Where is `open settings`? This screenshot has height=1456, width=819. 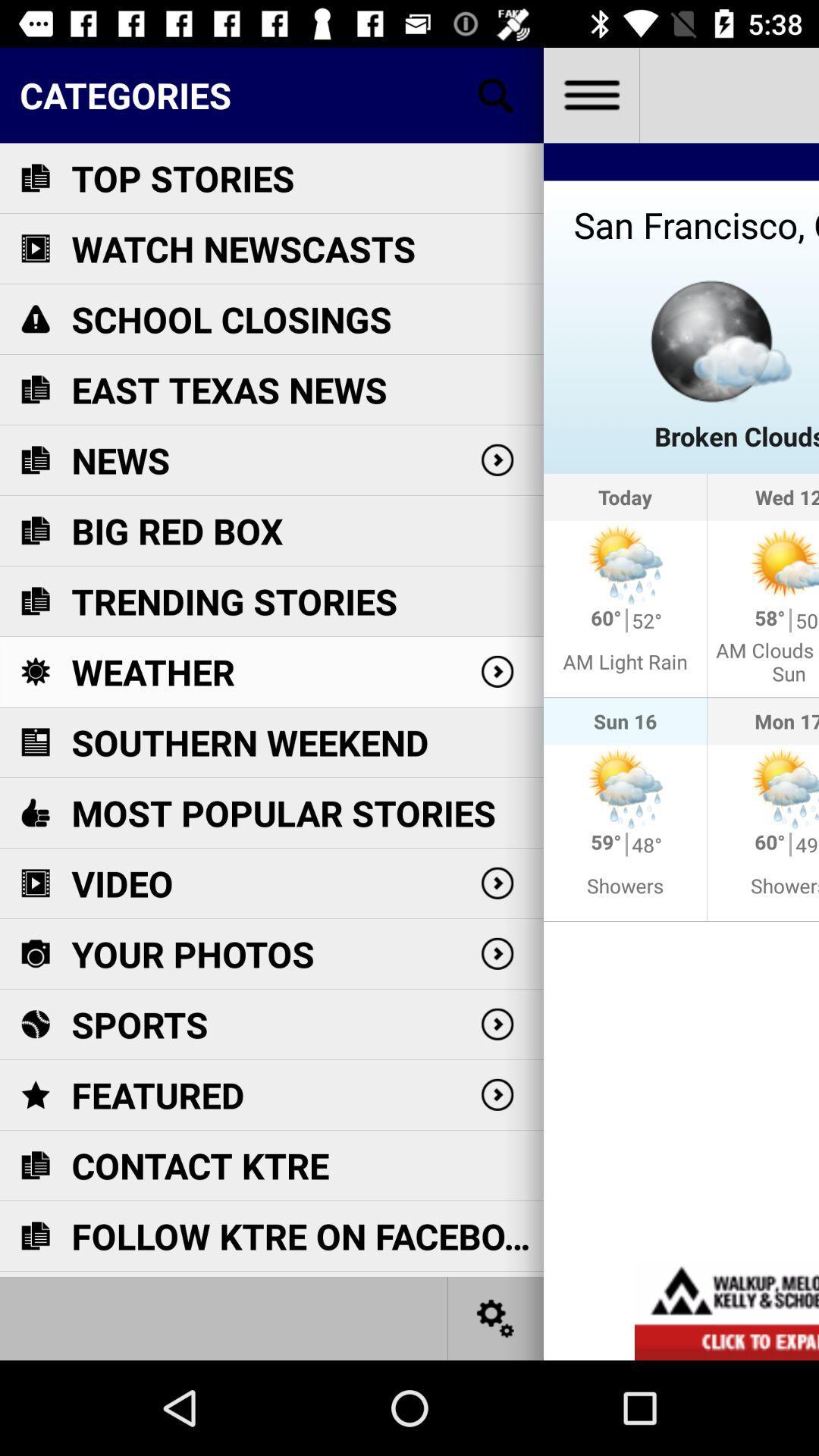
open settings is located at coordinates (496, 1317).